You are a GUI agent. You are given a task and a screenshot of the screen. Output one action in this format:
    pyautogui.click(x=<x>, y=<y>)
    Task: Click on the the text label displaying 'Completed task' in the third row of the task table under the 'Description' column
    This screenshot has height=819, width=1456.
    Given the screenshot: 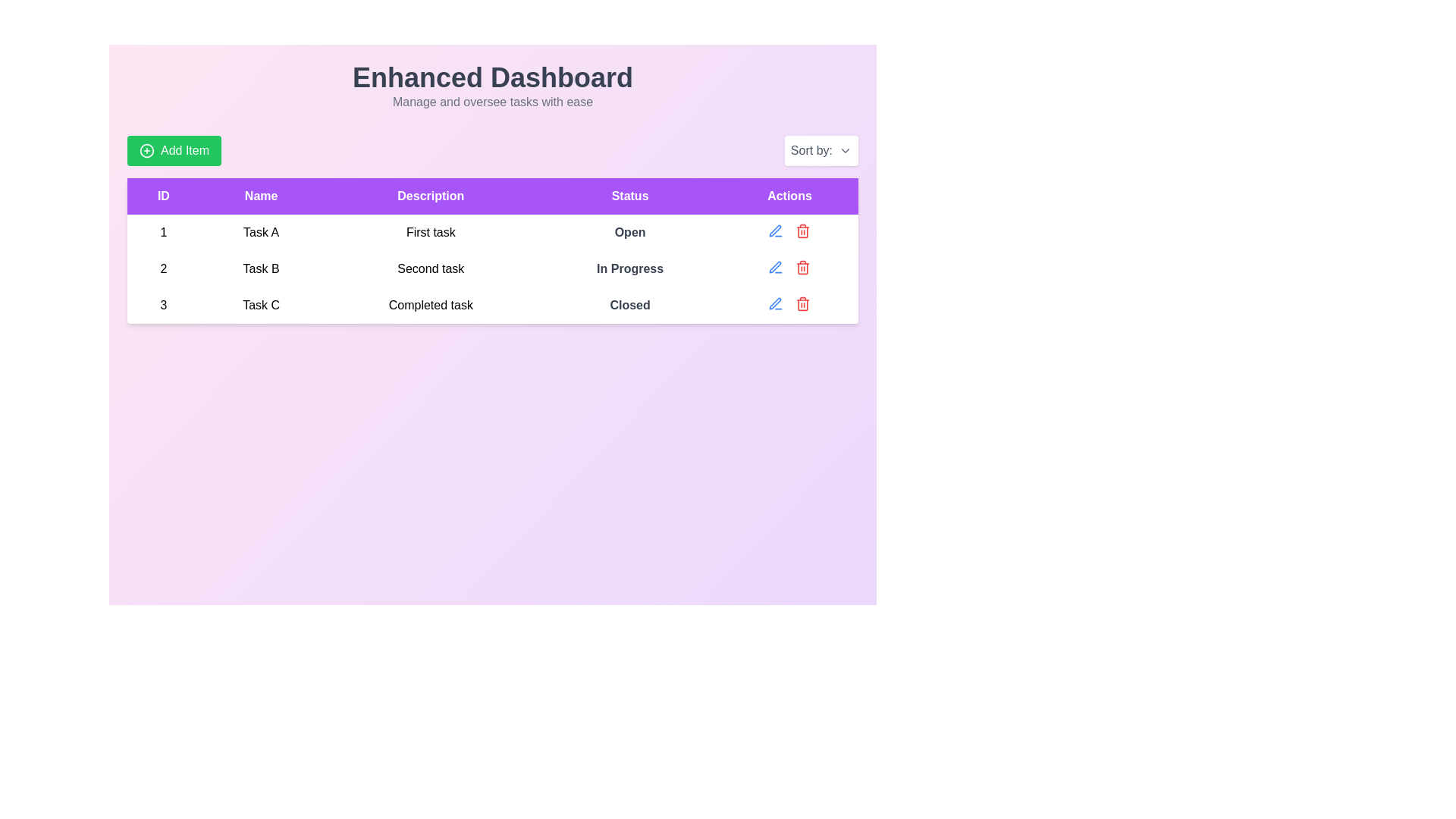 What is the action you would take?
    pyautogui.click(x=430, y=305)
    